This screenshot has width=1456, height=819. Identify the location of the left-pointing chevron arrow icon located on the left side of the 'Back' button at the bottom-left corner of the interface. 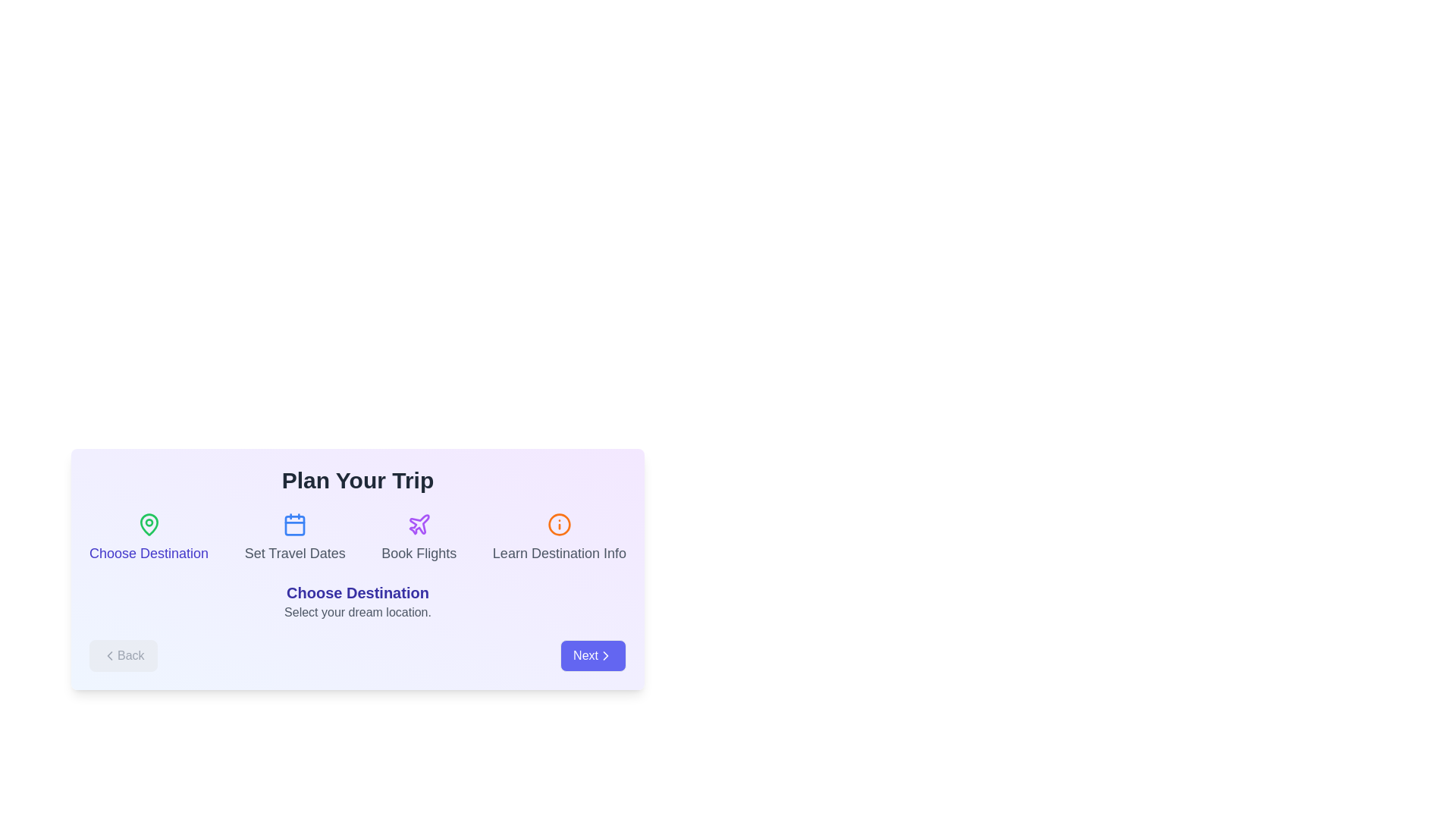
(108, 654).